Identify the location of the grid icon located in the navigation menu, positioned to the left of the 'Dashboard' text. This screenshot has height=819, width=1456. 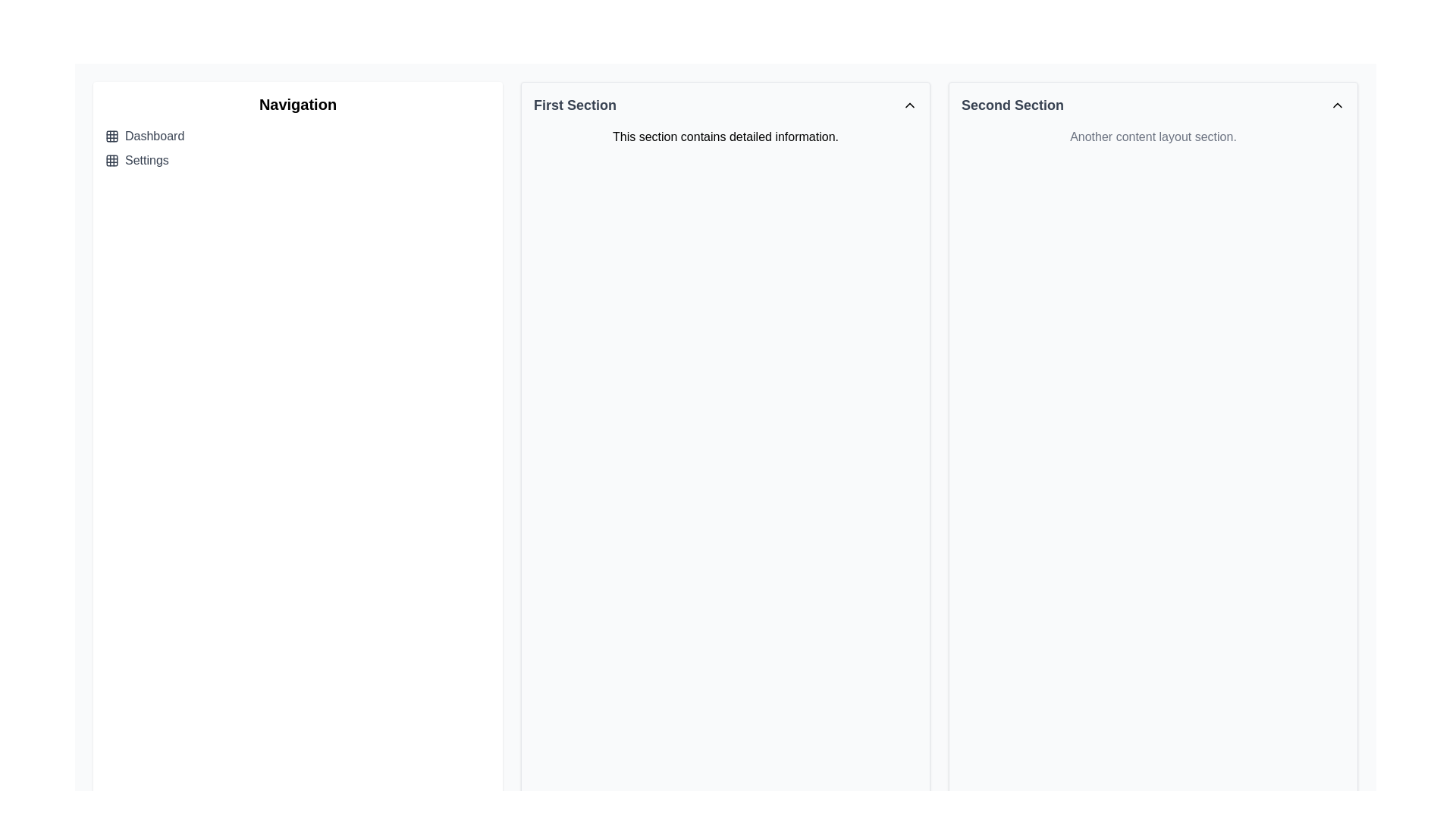
(111, 136).